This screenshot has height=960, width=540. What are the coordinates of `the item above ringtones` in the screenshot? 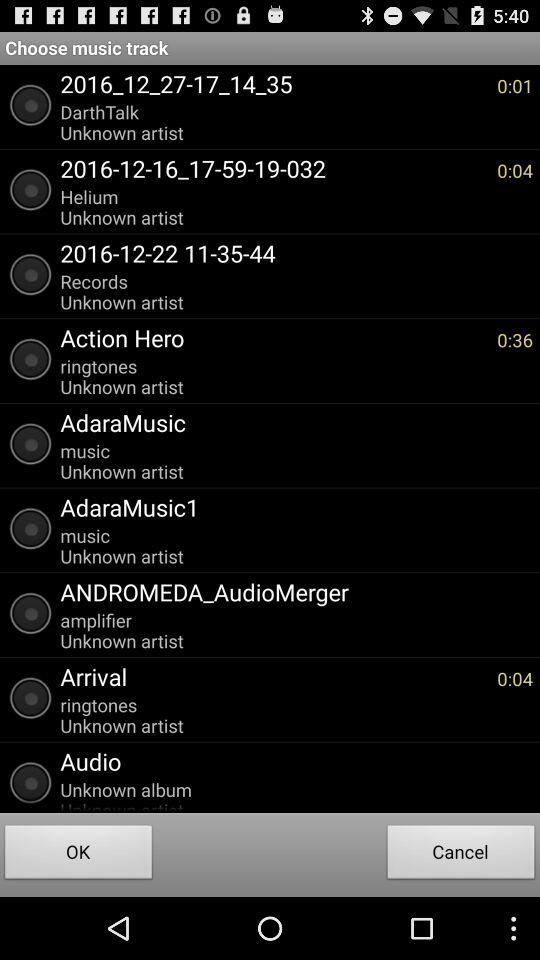 It's located at (272, 676).